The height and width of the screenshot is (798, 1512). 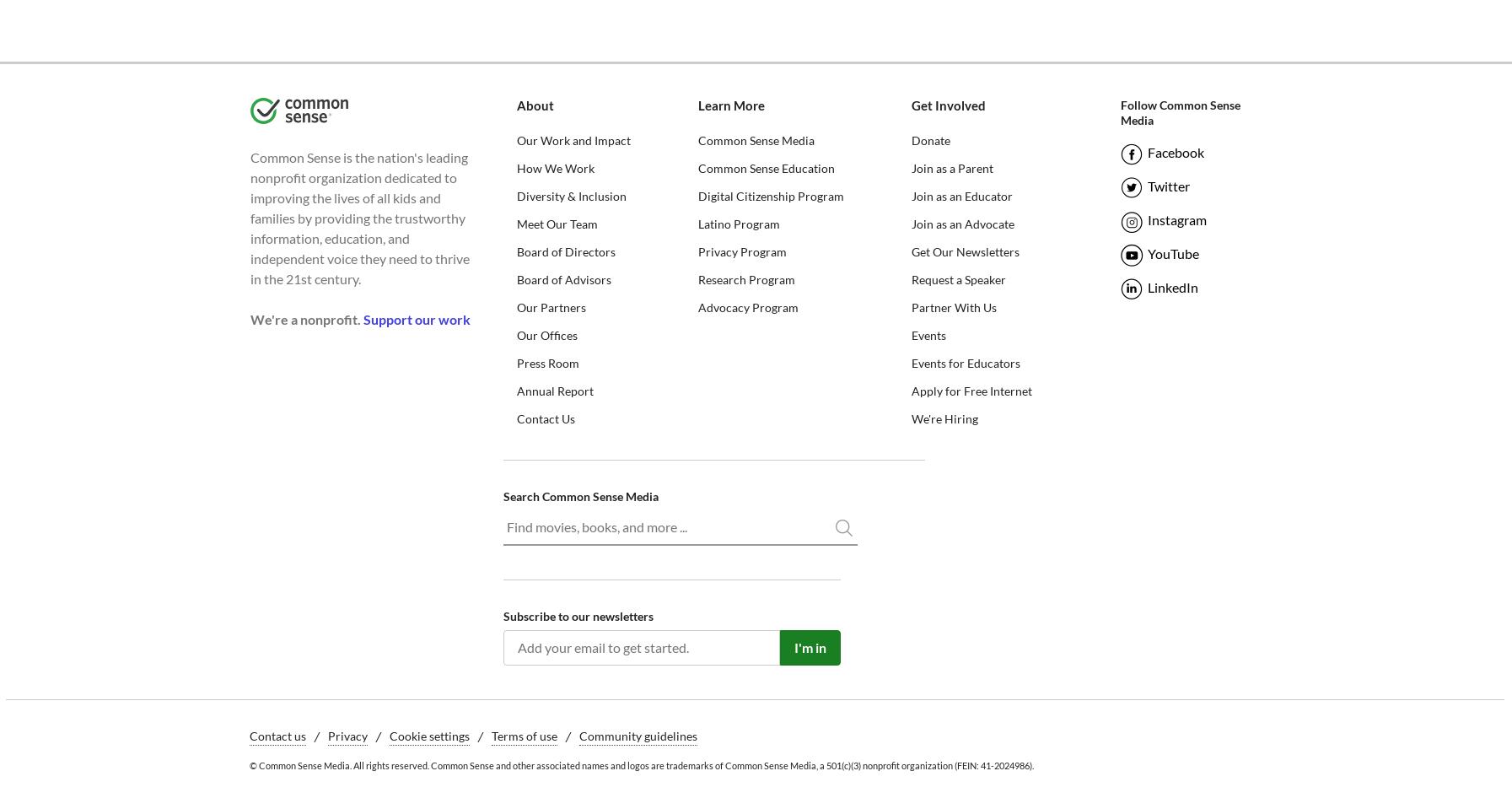 What do you see at coordinates (415, 319) in the screenshot?
I see `'Support our work'` at bounding box center [415, 319].